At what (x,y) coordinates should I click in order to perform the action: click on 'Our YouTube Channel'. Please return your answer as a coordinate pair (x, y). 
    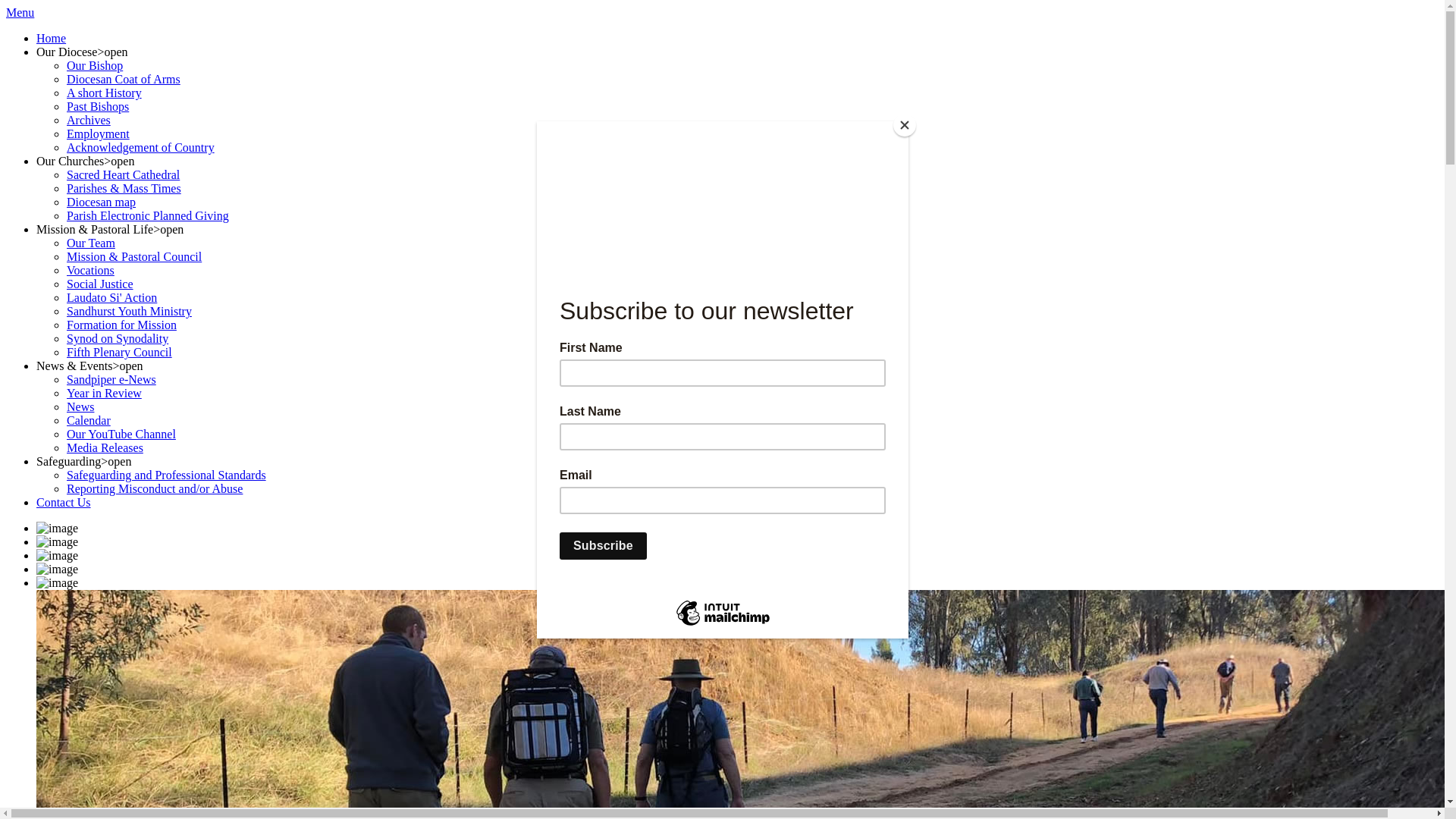
    Looking at the image, I should click on (120, 434).